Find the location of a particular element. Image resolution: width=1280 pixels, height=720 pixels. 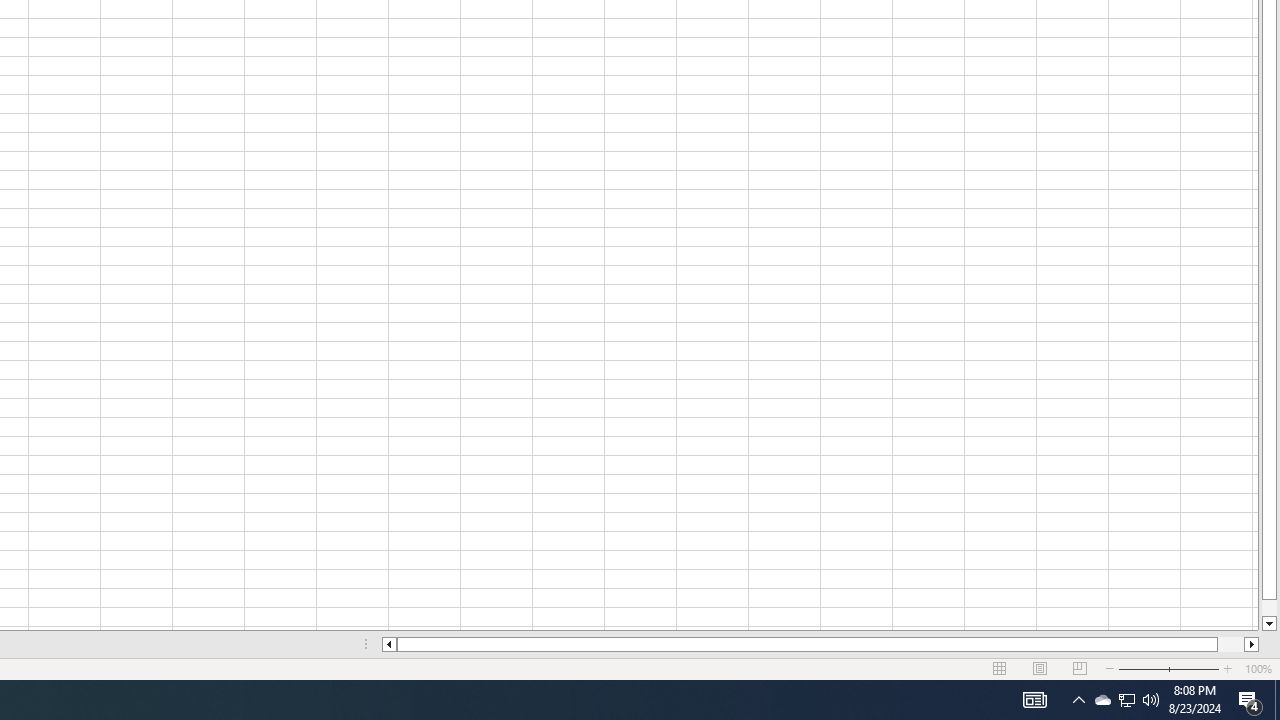

'Normal' is located at coordinates (1000, 669).